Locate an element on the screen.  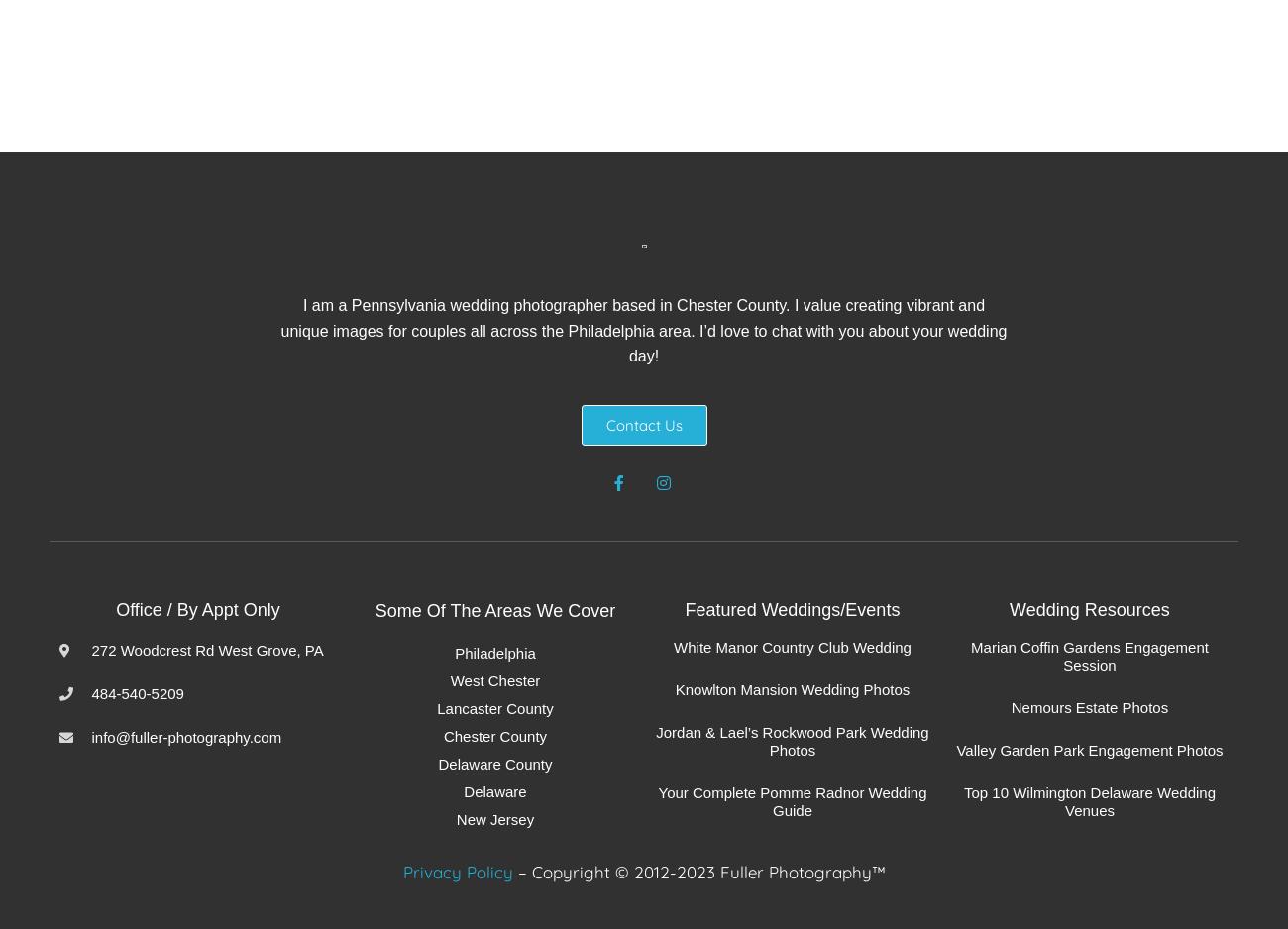
'Marian Coffin Gardens Engagement Session' is located at coordinates (1088, 654).